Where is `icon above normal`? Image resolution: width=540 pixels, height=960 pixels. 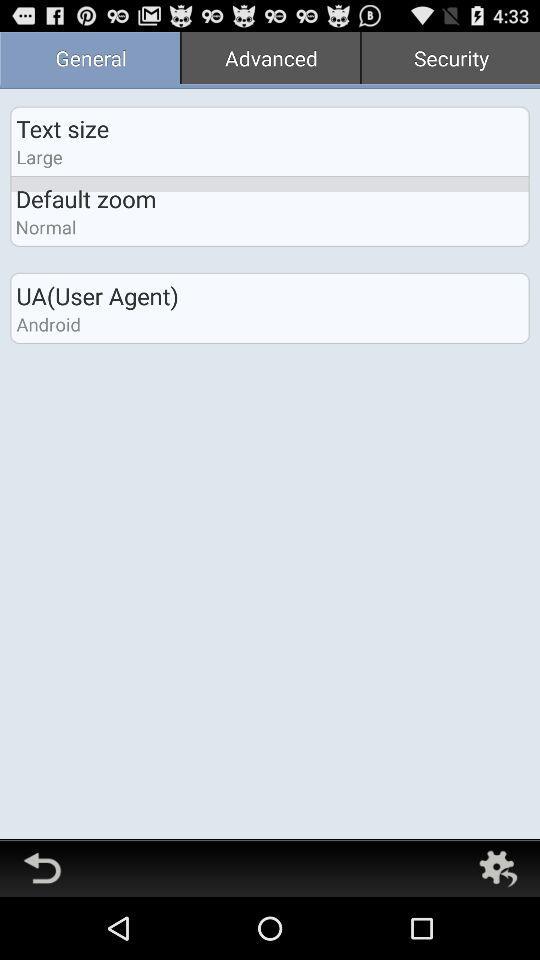 icon above normal is located at coordinates (85, 198).